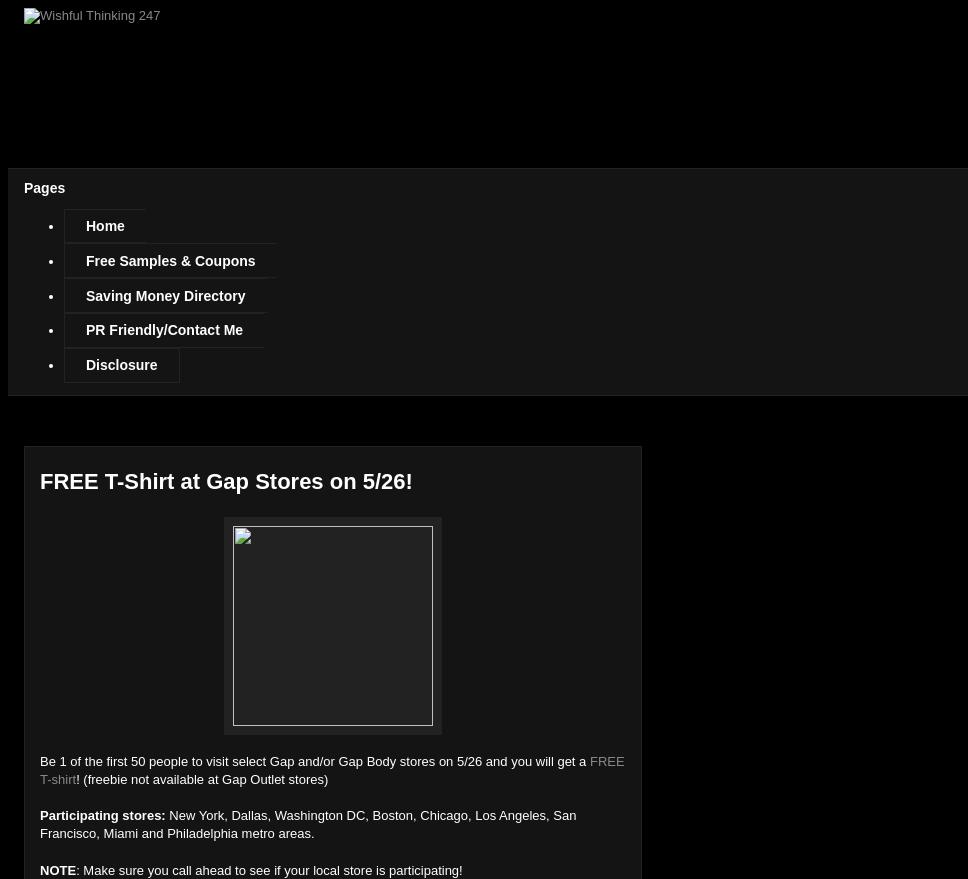 The image size is (968, 879). Describe the element at coordinates (39, 769) in the screenshot. I see `'FREE T-shirt'` at that location.